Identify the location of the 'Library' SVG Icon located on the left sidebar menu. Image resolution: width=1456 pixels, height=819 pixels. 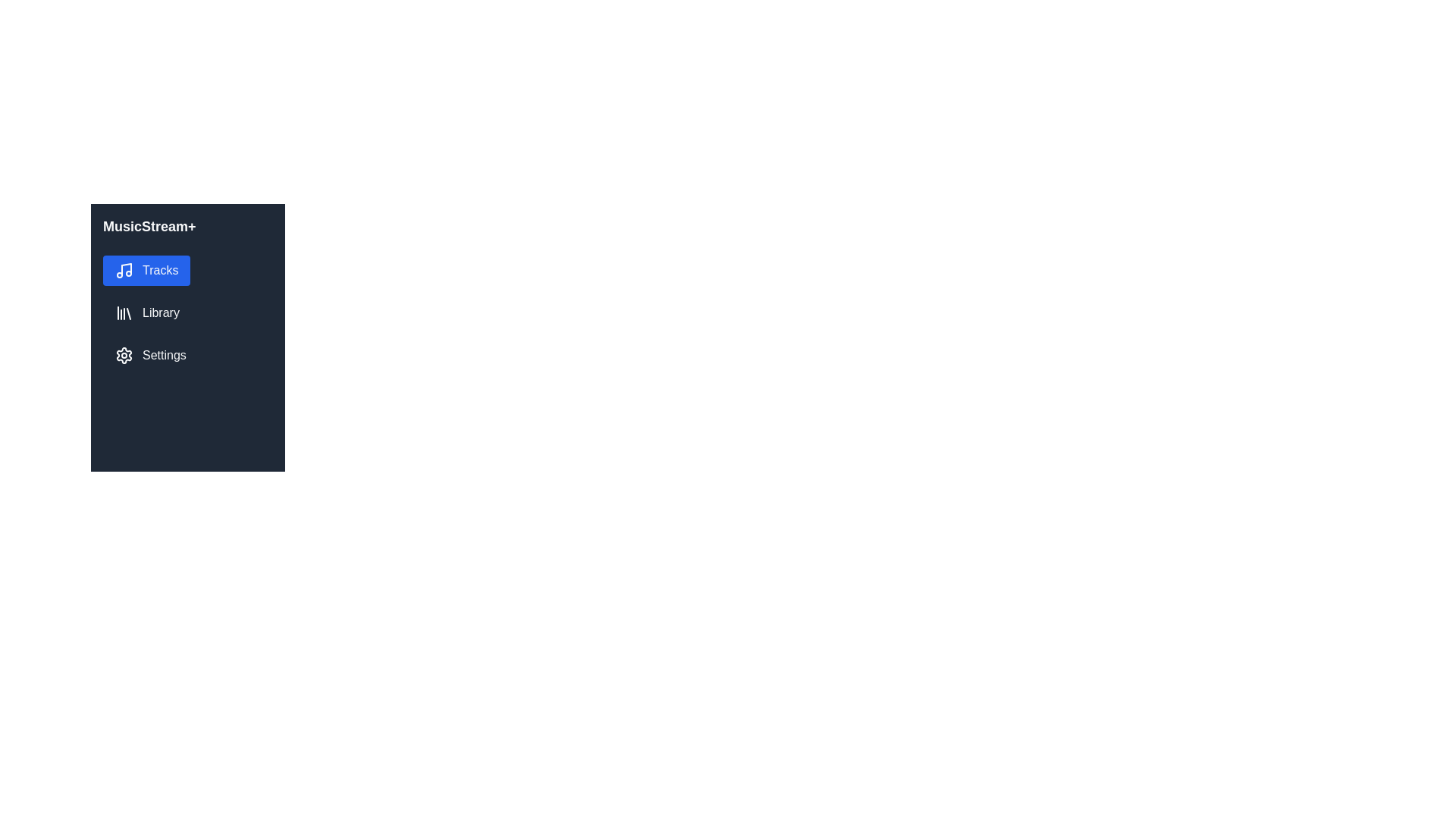
(124, 312).